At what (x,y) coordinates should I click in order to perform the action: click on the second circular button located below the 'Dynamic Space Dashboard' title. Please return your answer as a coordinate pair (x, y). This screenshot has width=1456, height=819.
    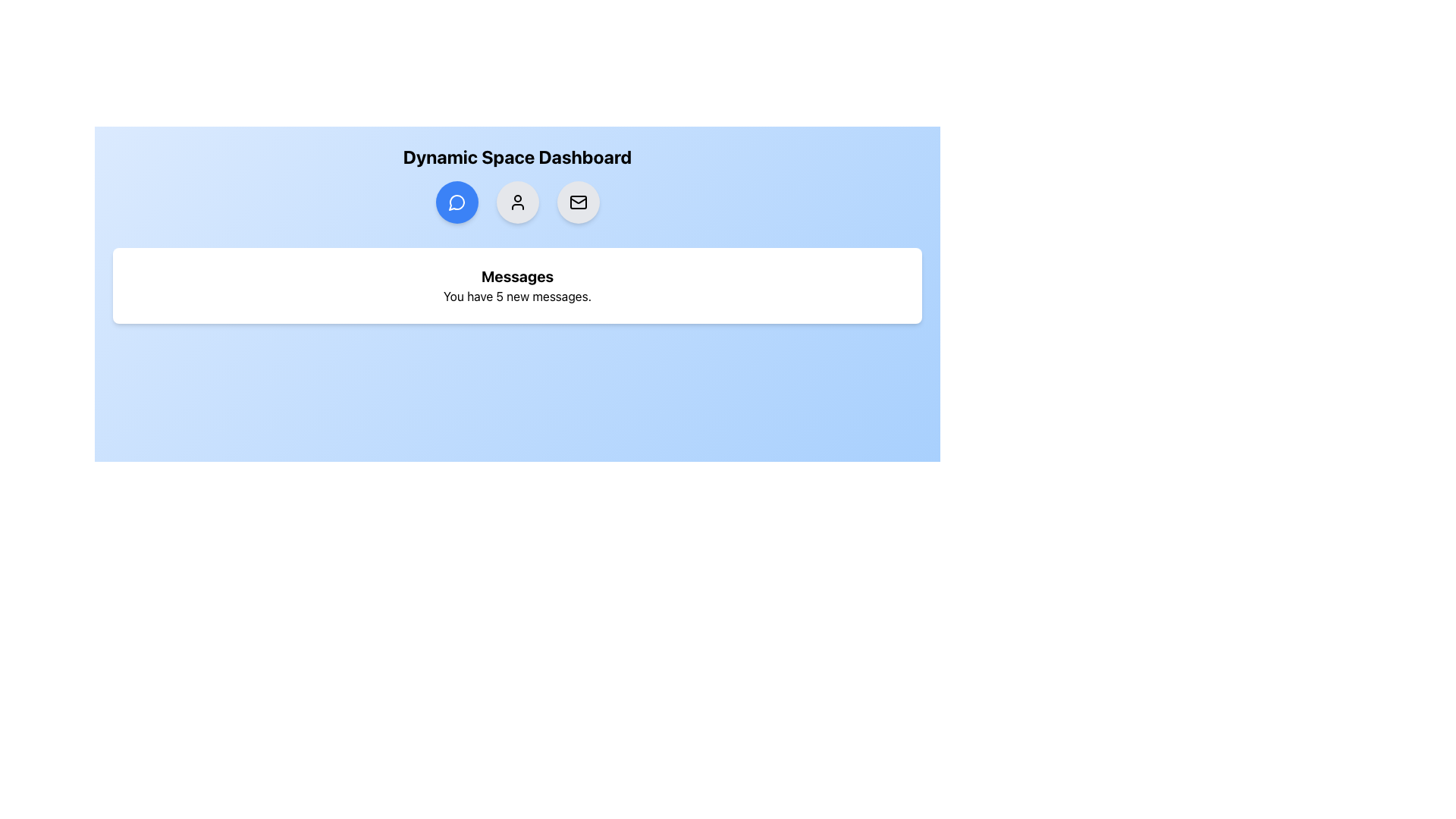
    Looking at the image, I should click on (517, 201).